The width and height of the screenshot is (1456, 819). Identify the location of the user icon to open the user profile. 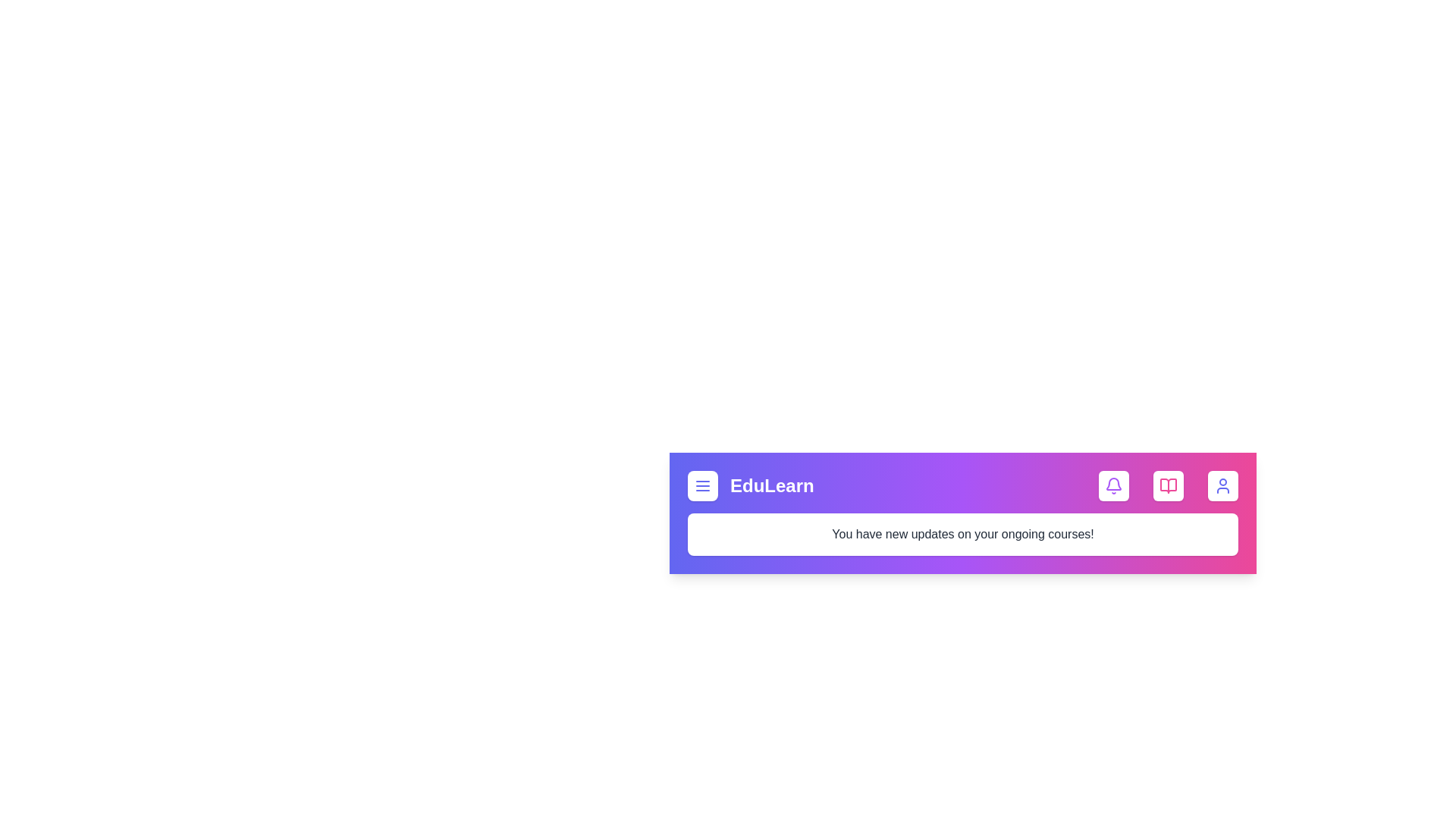
(1222, 485).